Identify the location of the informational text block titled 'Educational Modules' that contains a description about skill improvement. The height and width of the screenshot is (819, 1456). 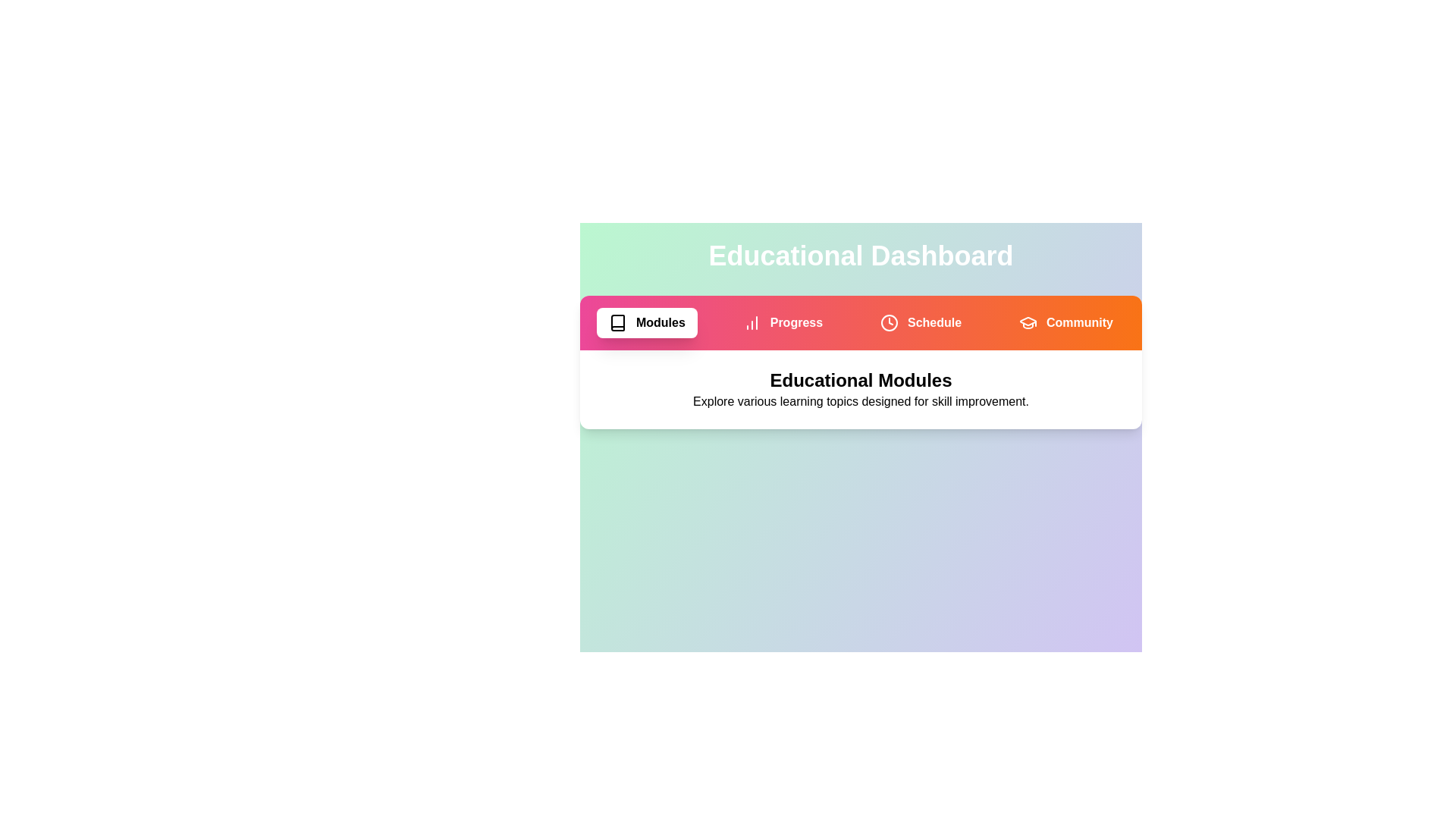
(861, 388).